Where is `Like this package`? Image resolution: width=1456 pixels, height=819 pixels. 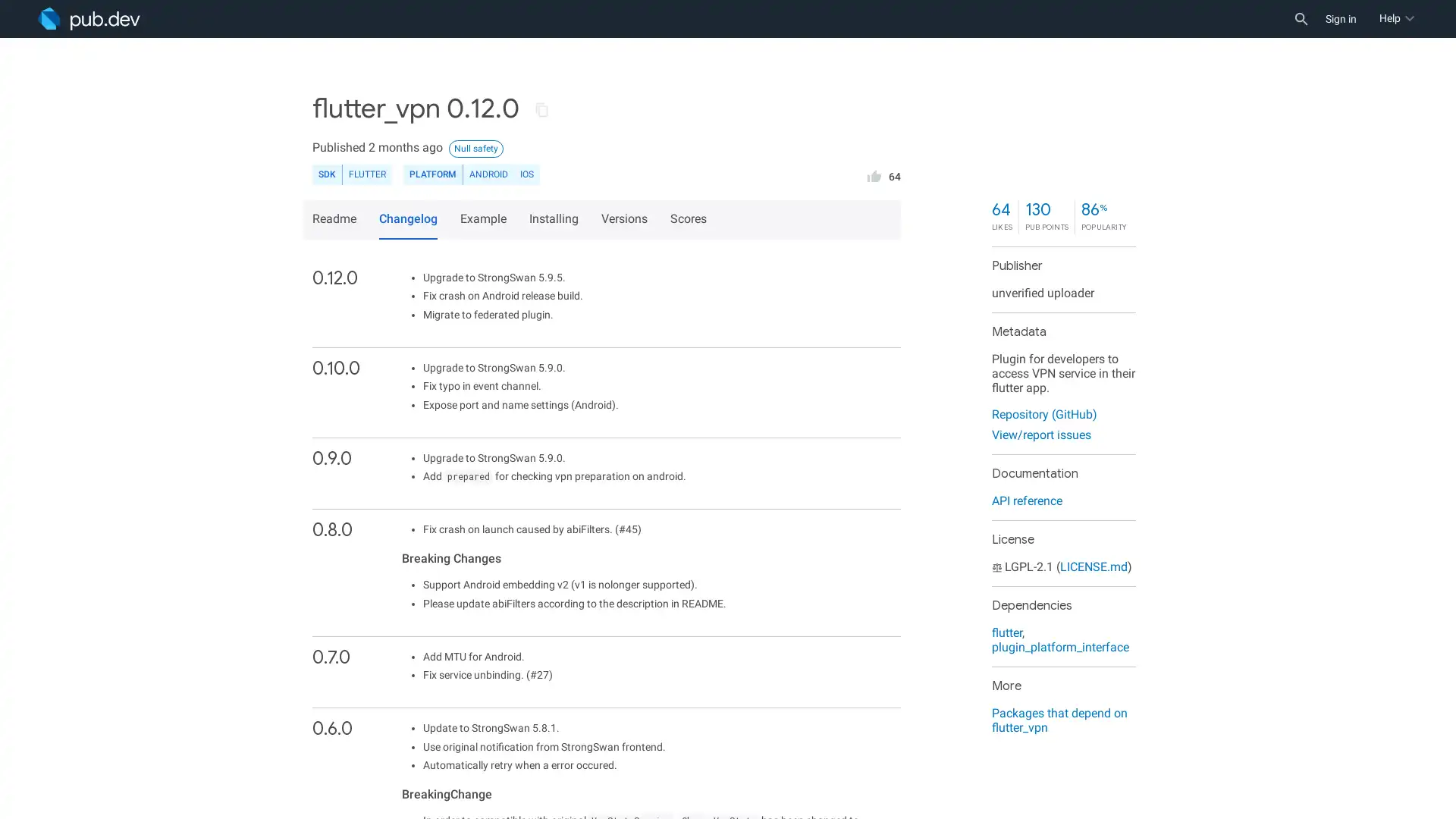
Like this package is located at coordinates (874, 174).